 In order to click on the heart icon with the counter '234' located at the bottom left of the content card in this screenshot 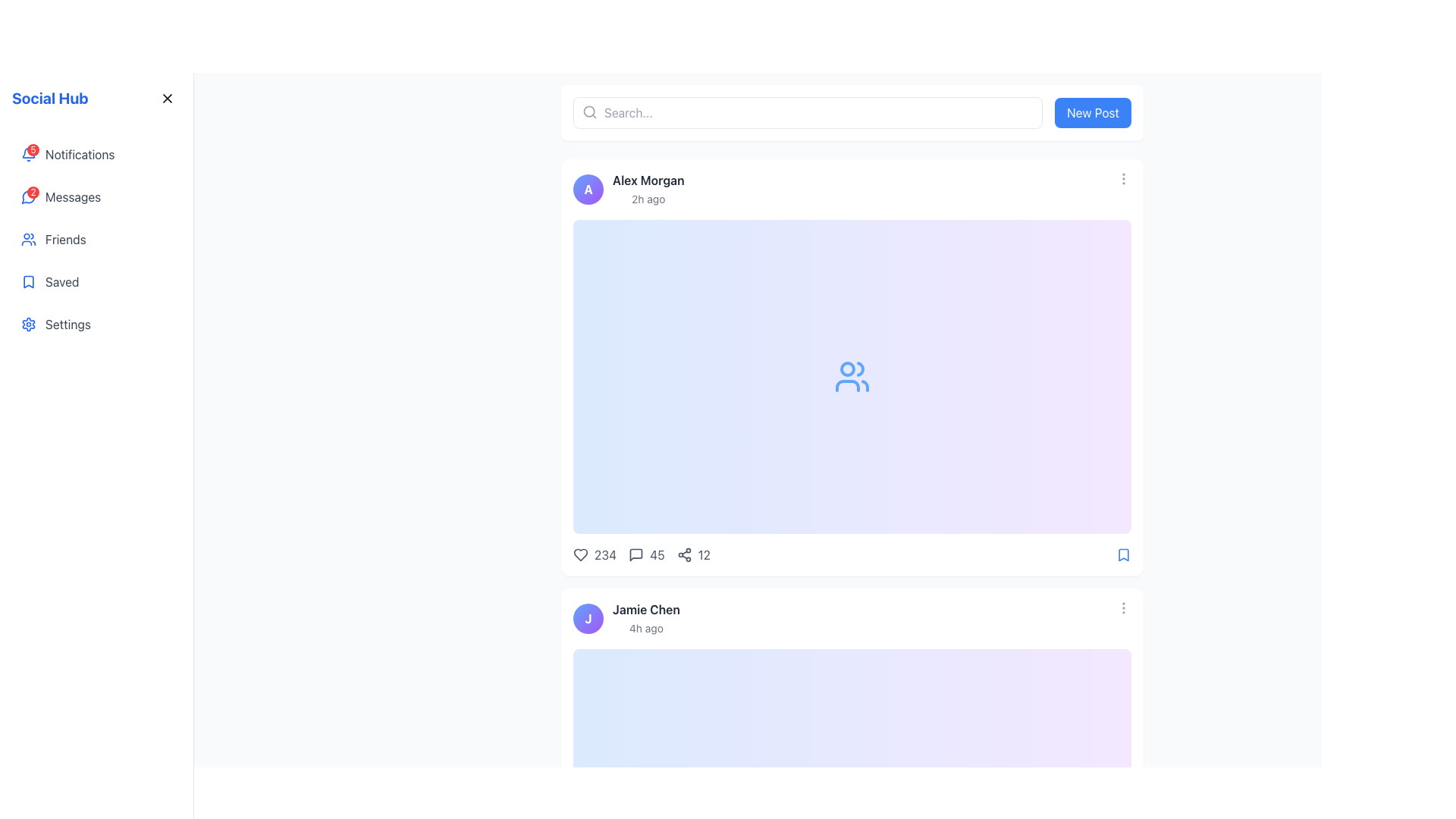, I will do `click(594, 555)`.